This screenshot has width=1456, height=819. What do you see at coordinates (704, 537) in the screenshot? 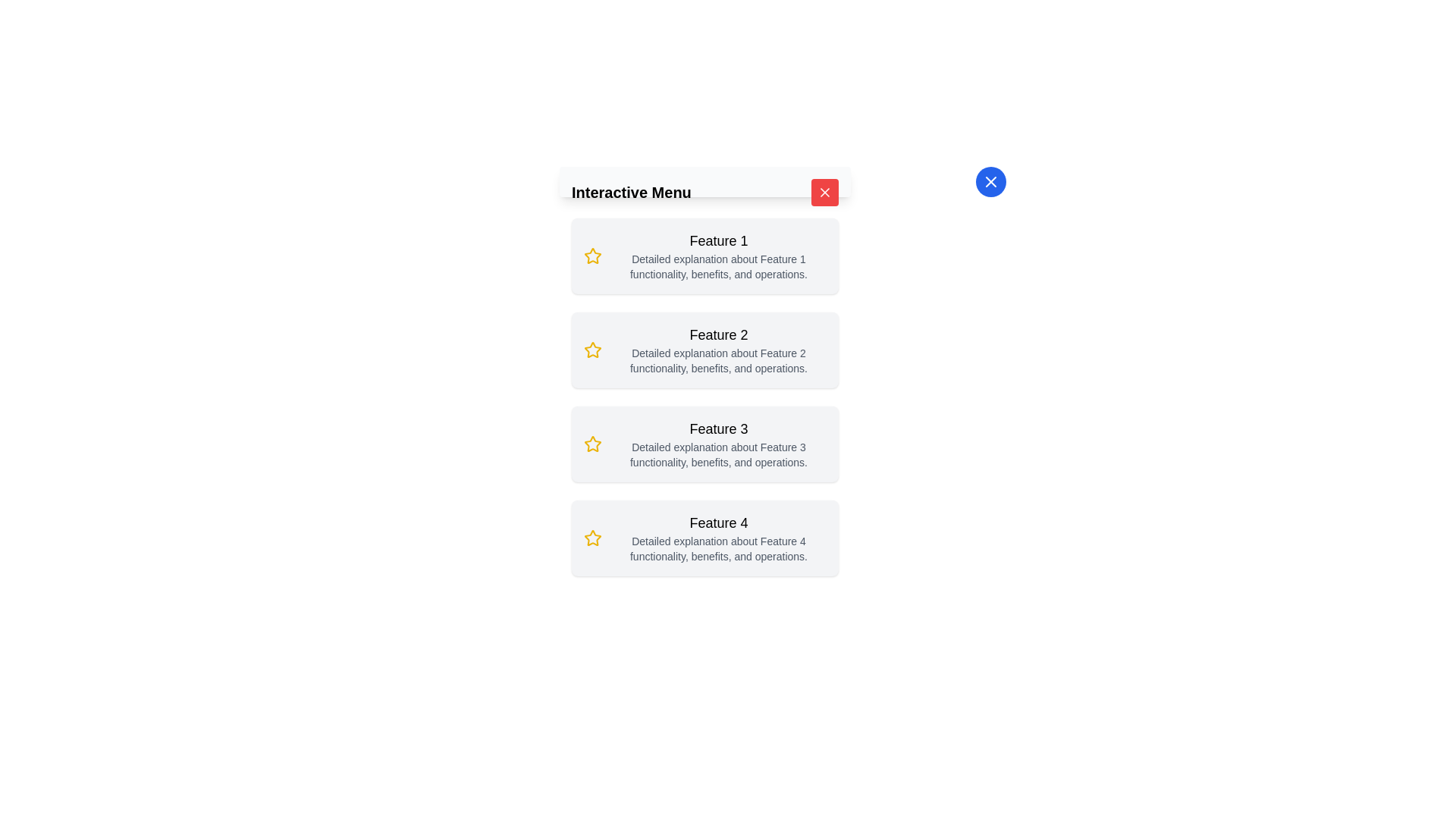
I see `the Feature card that describes Feature 4` at bounding box center [704, 537].